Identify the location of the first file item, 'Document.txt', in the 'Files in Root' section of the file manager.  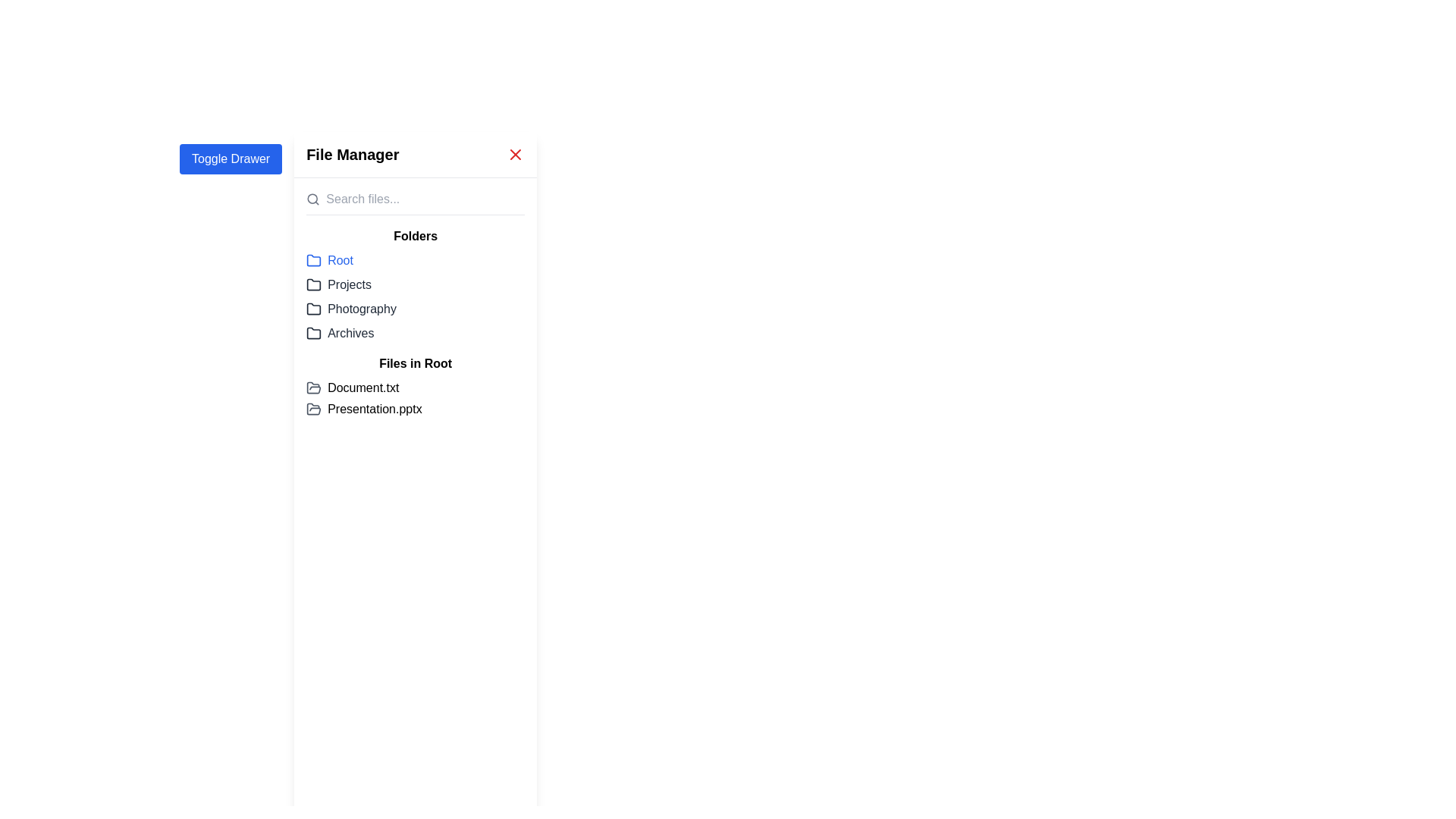
(416, 397).